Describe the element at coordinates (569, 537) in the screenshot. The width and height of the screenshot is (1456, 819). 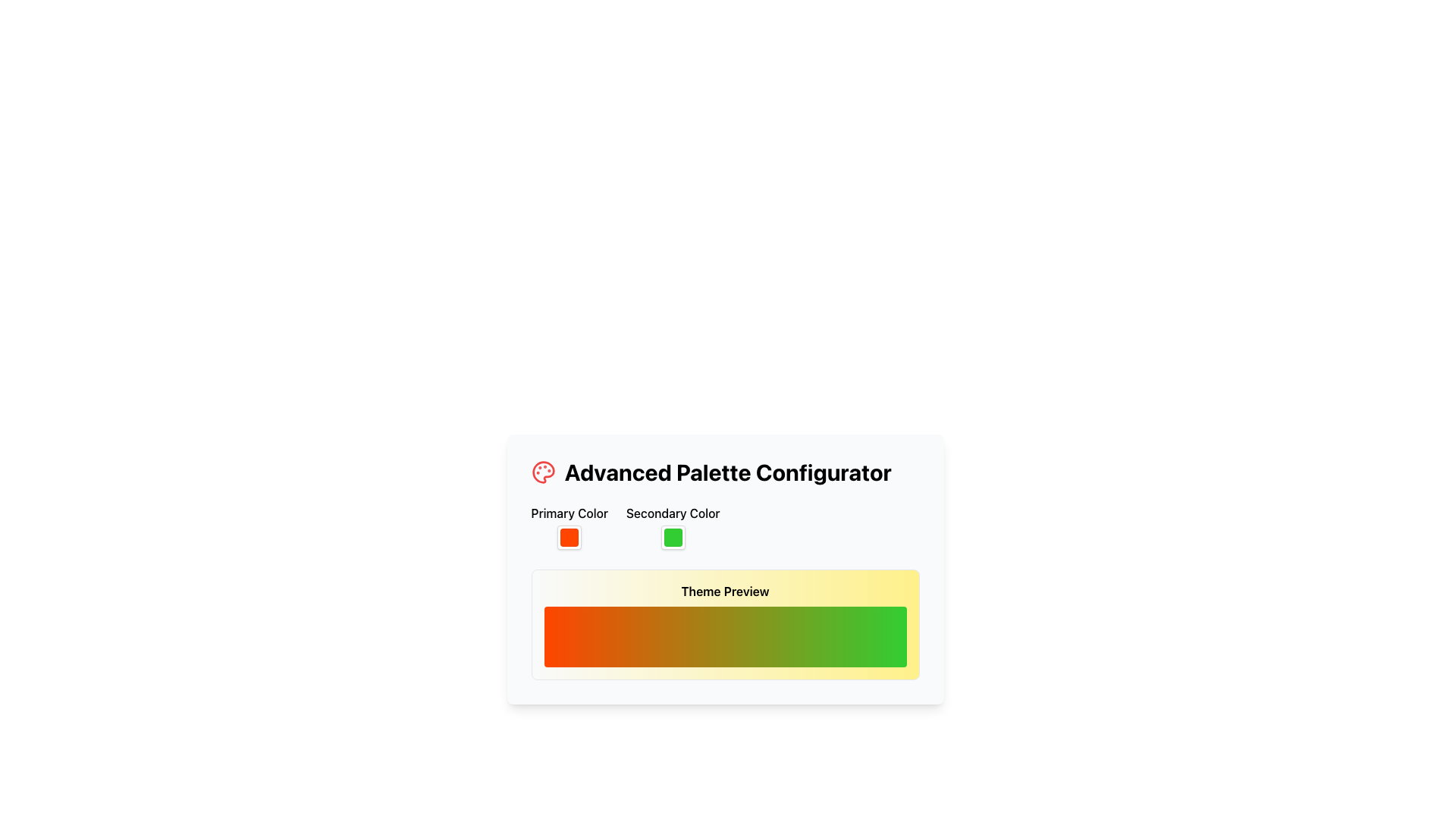
I see `the first color selector block, which is a square with an orange fill color located beneath the 'Primary Color' label in the 'Advanced Palette Configurator'` at that location.